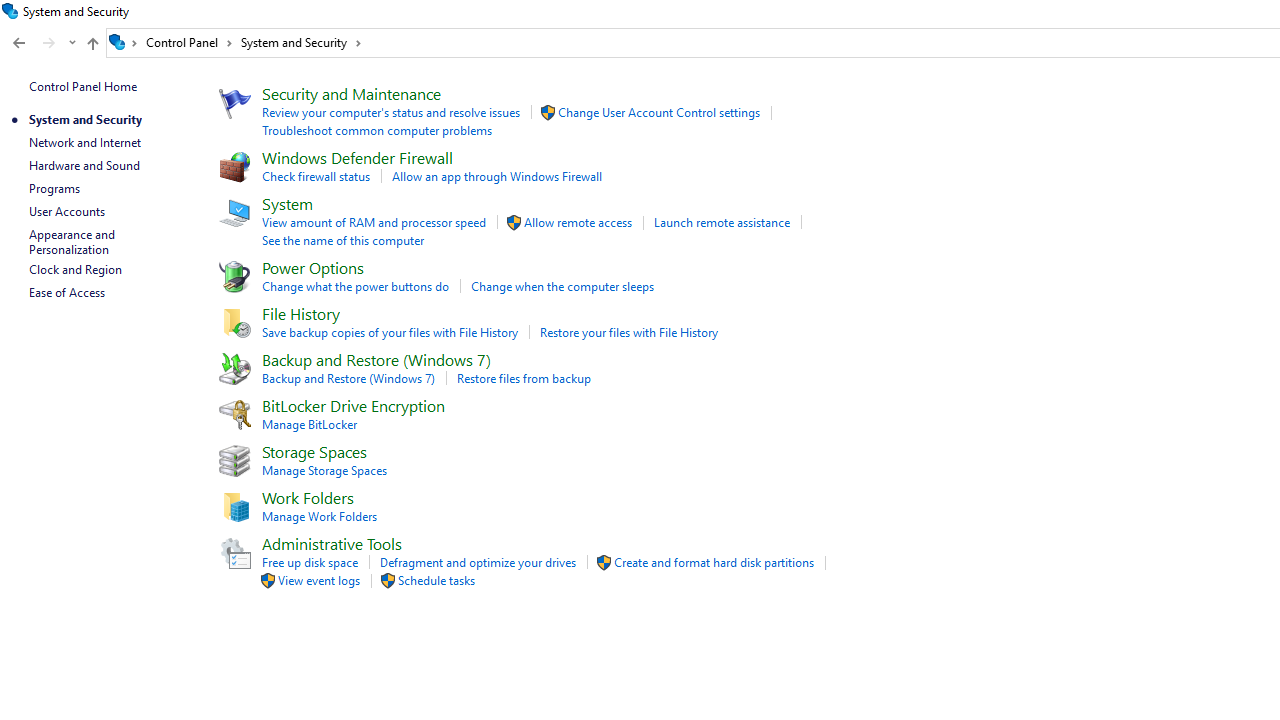 This screenshot has height=720, width=1280. What do you see at coordinates (332, 543) in the screenshot?
I see `'Administrative Tools'` at bounding box center [332, 543].